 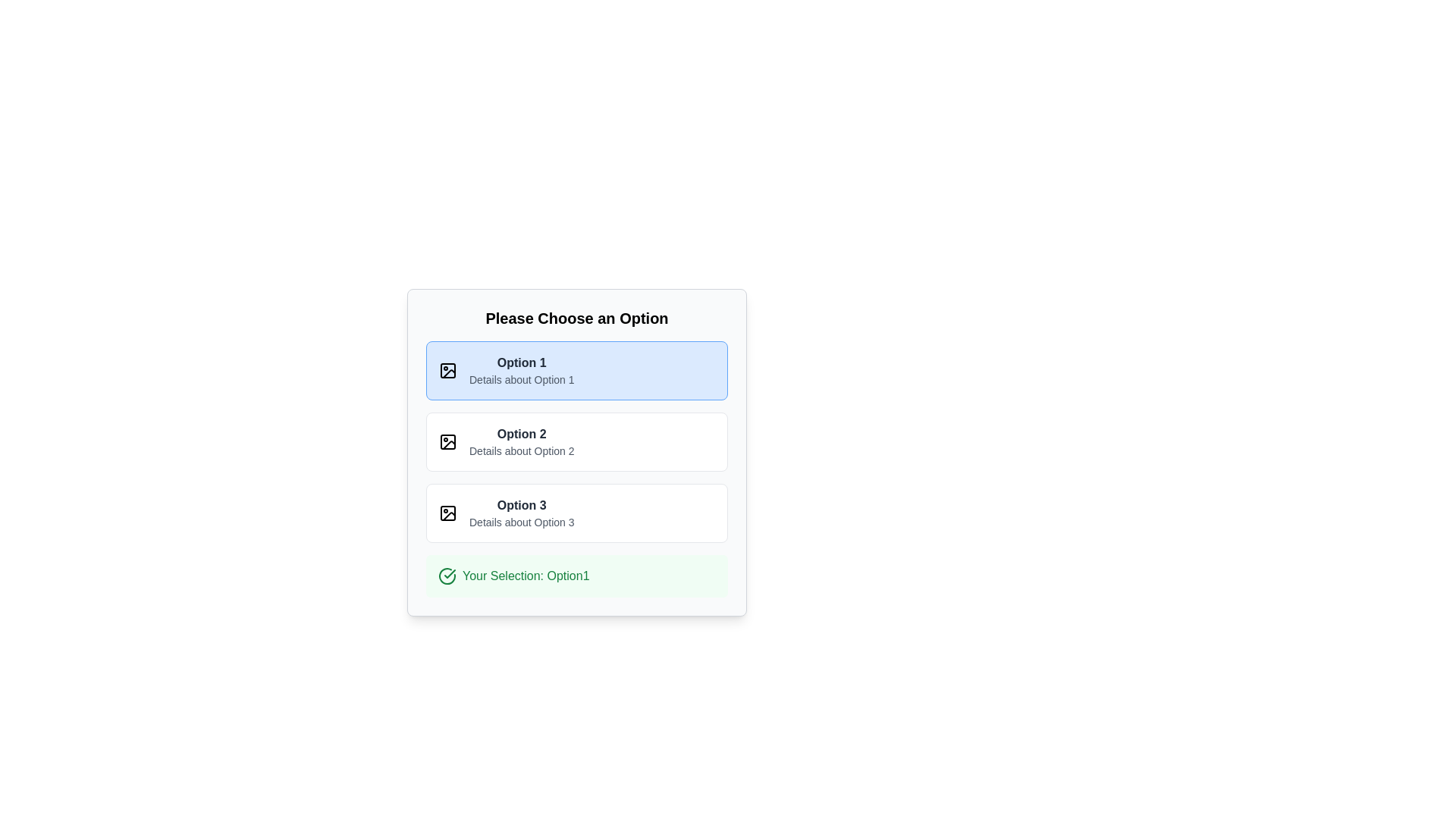 I want to click on the content of the text label displaying 'Option 1.' which is styled with a gray shade and located in the topmost blue-highlighted option block, so click(x=521, y=362).